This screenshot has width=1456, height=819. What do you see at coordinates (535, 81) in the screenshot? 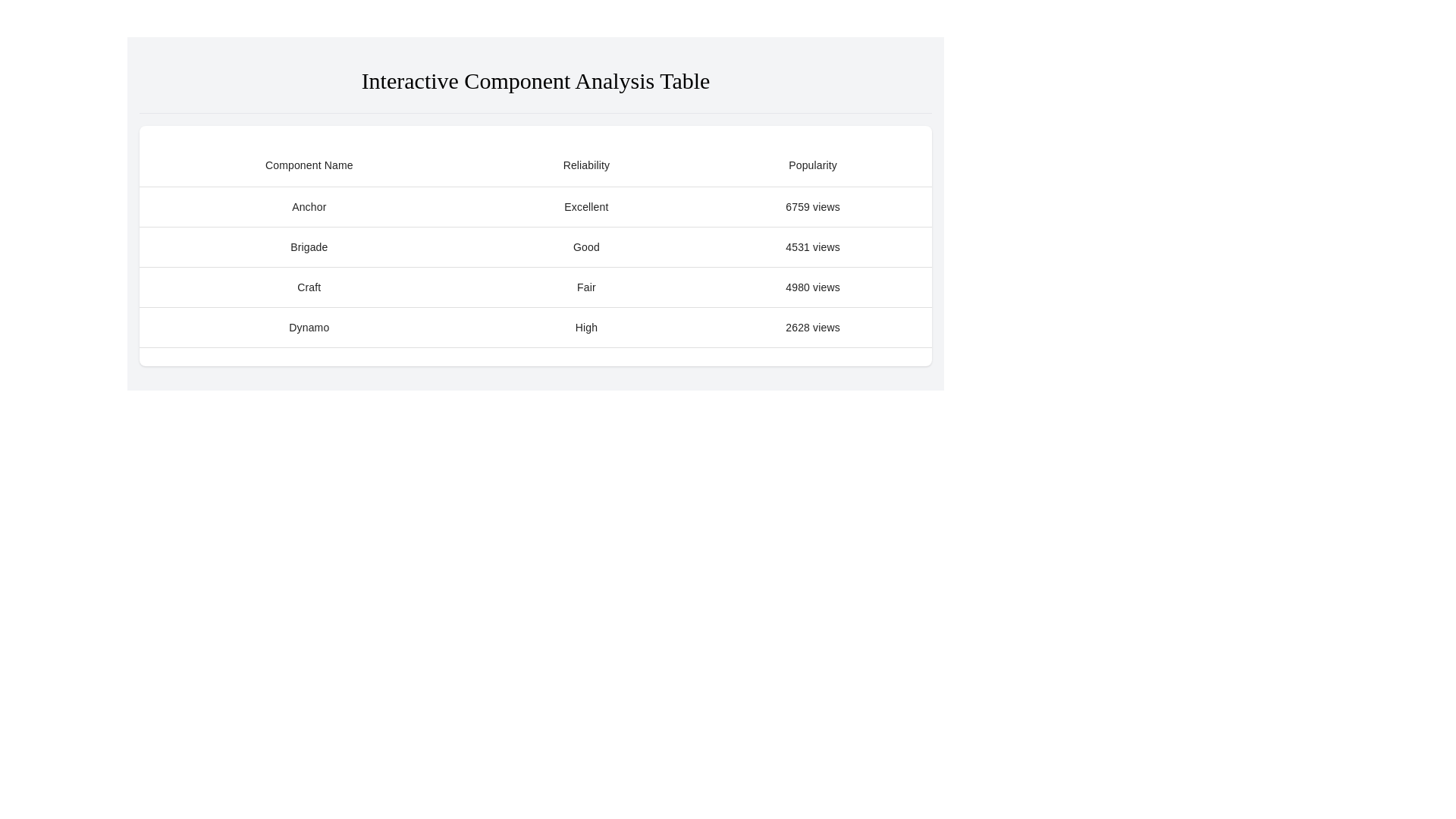
I see `the text of the title 'Interactive Component Analysis Table' located at the top of the interface, which is centered and distinct as the header of the section` at bounding box center [535, 81].